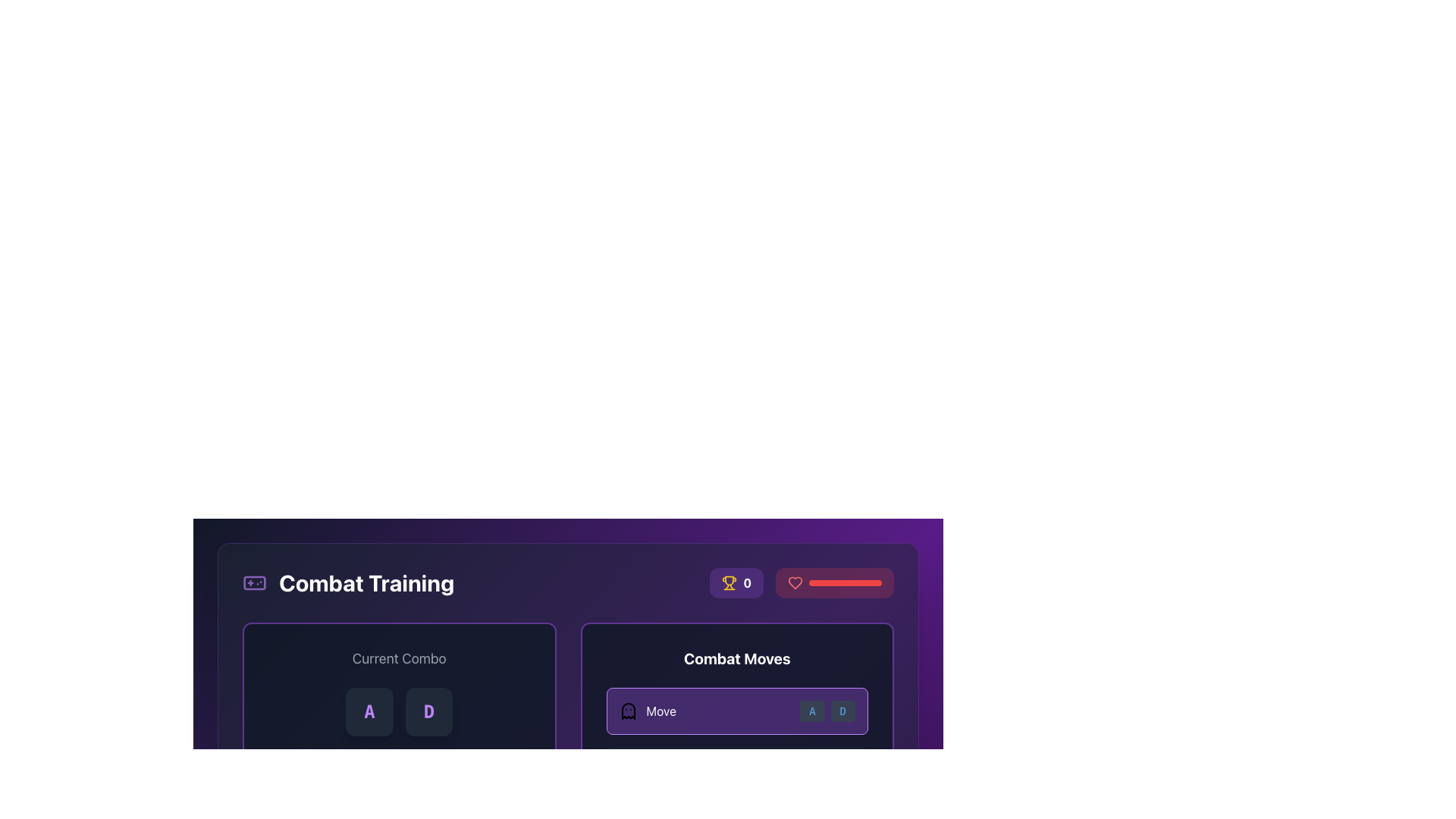  I want to click on the 'Move' button, which is the second button in the row of two buttons ('A' and 'D') within the 'Combat Moves' section, so click(842, 711).